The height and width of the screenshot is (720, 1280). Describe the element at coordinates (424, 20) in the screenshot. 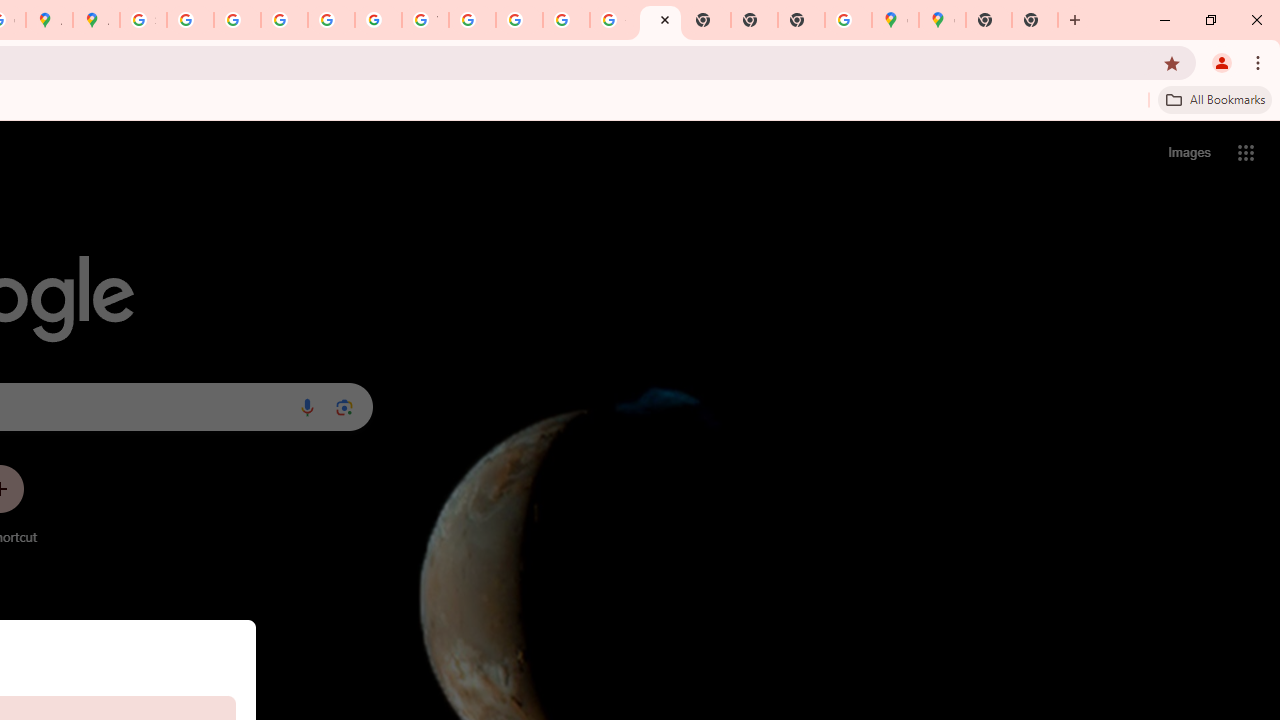

I see `'YouTube'` at that location.